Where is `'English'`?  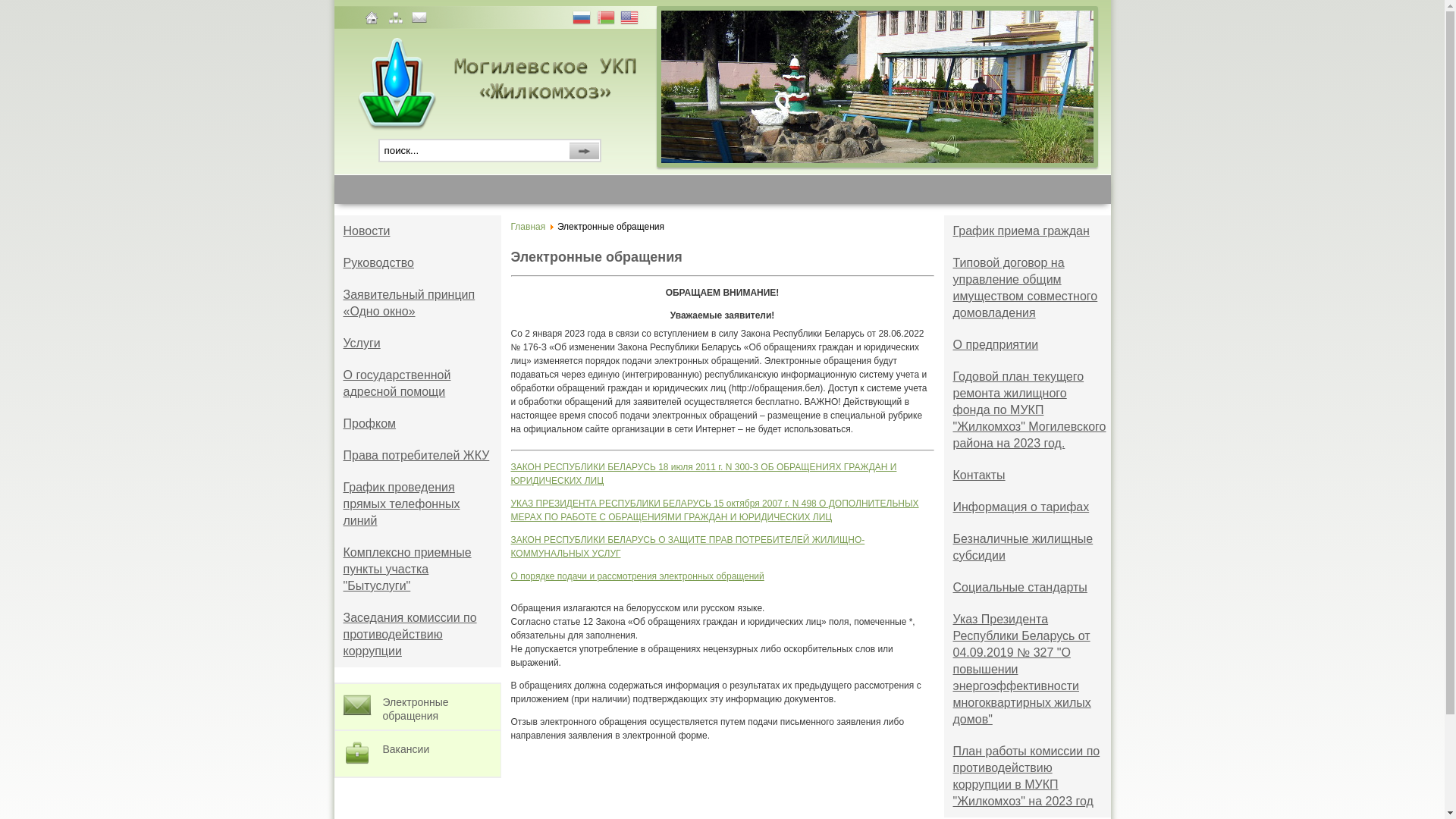 'English' is located at coordinates (630, 19).